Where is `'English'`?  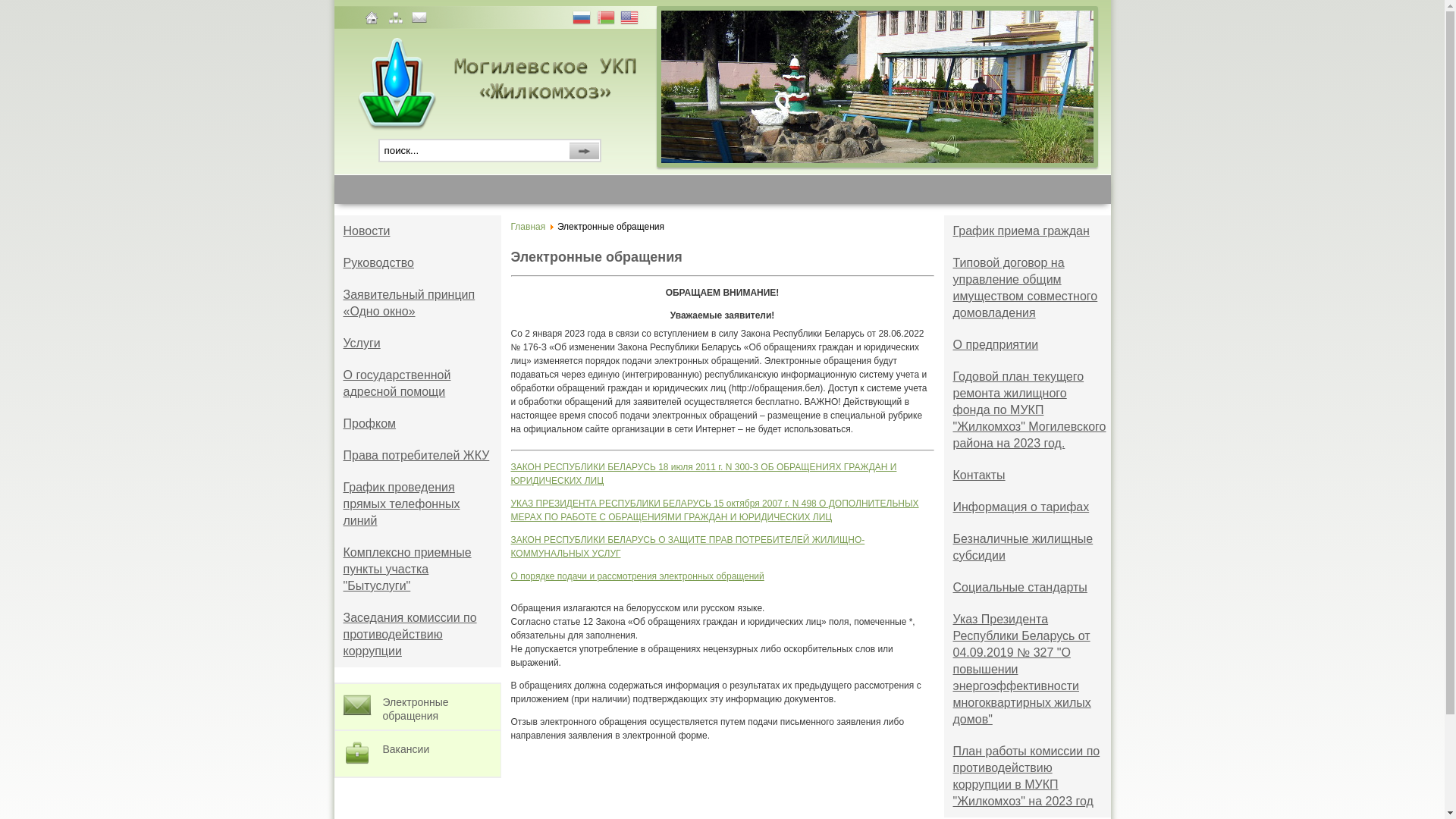 'English' is located at coordinates (630, 19).